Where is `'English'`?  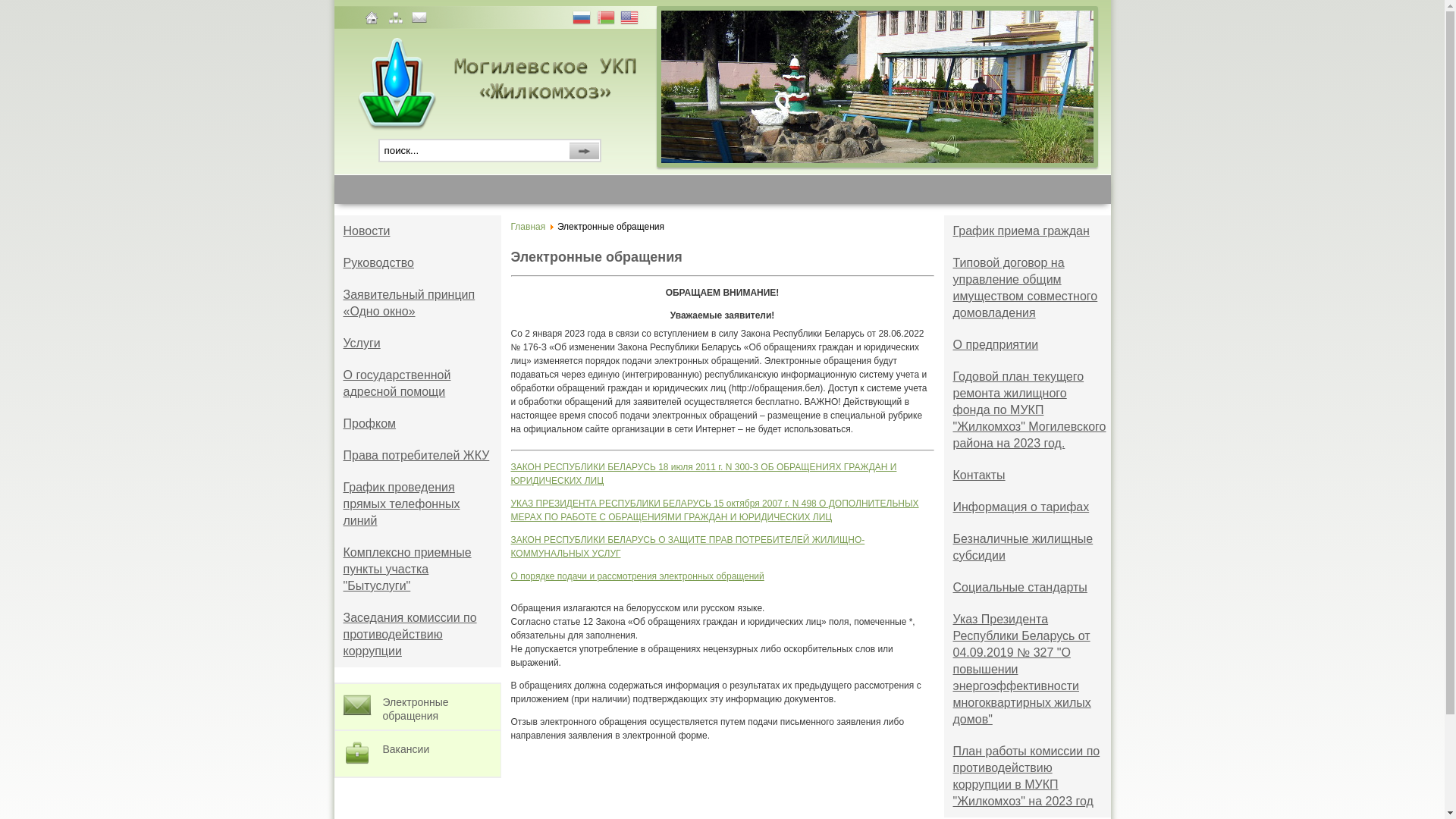 'English' is located at coordinates (630, 19).